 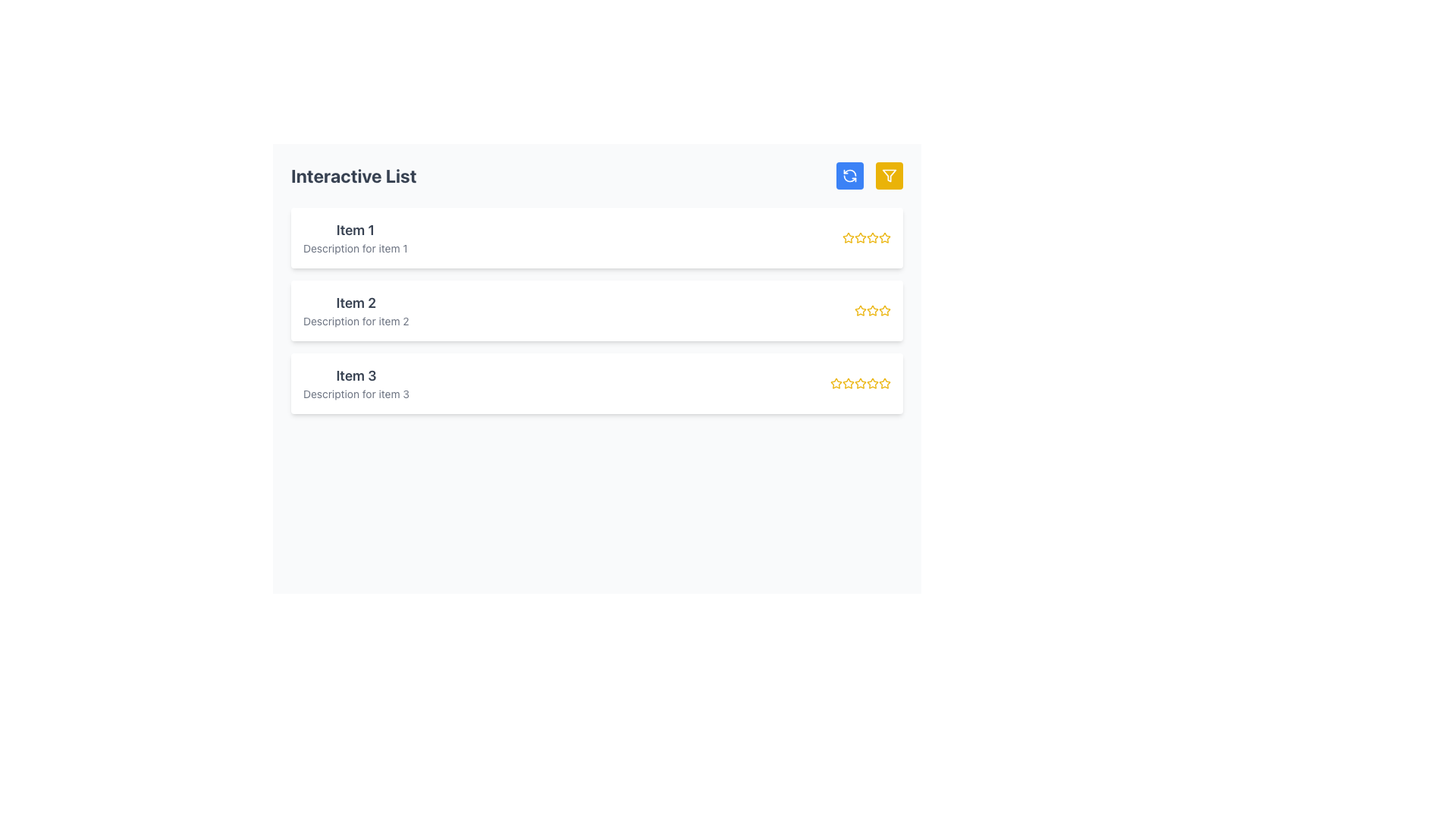 I want to click on the star icon that represents the fourth rating point in the rating scale, located to the right of Item 3, so click(x=860, y=382).